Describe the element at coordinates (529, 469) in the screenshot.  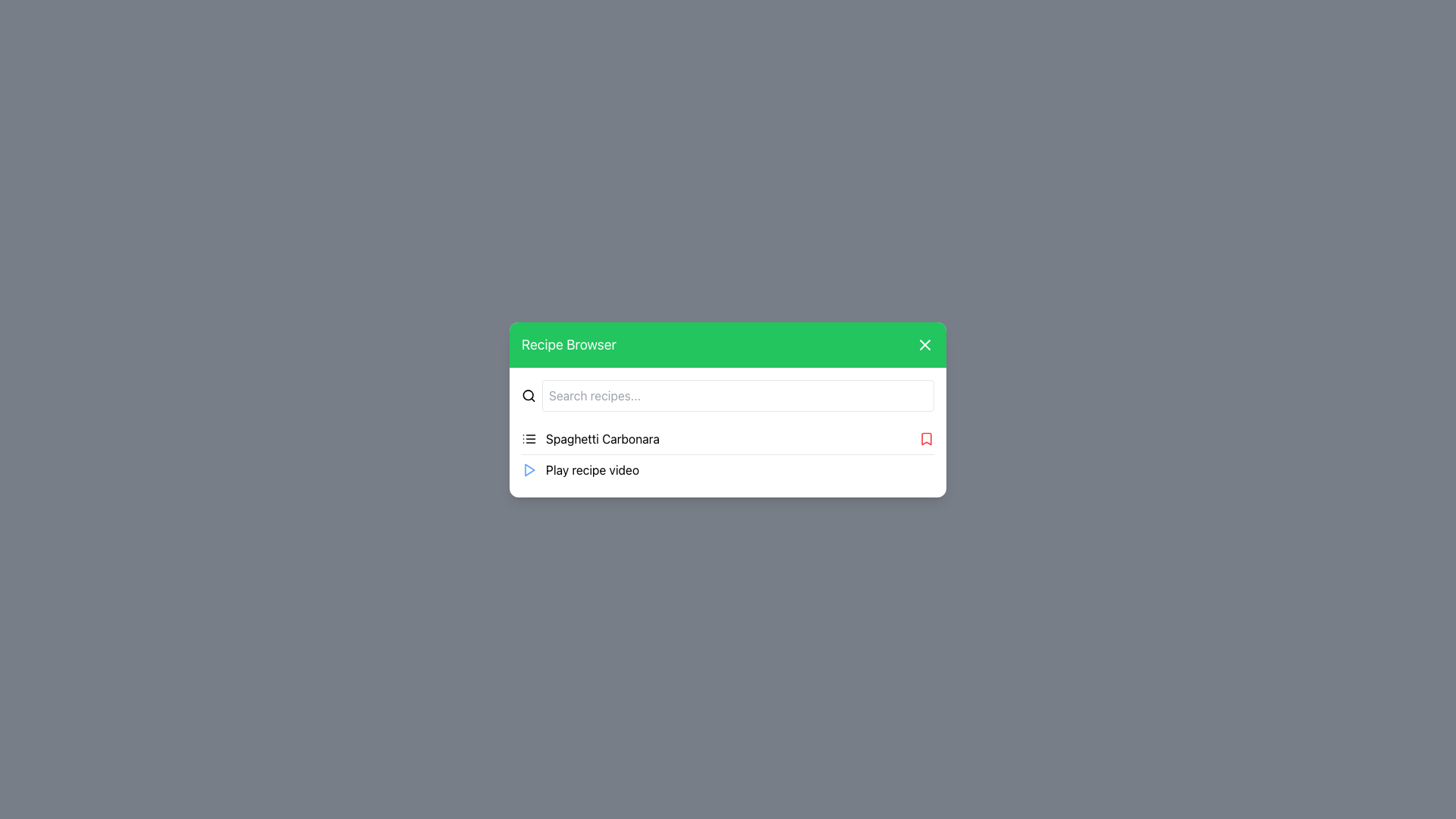
I see `the triangular play icon located at the far left of the row corresponding to 'Play recipe video', which visually represents the action to trigger video playback` at that location.